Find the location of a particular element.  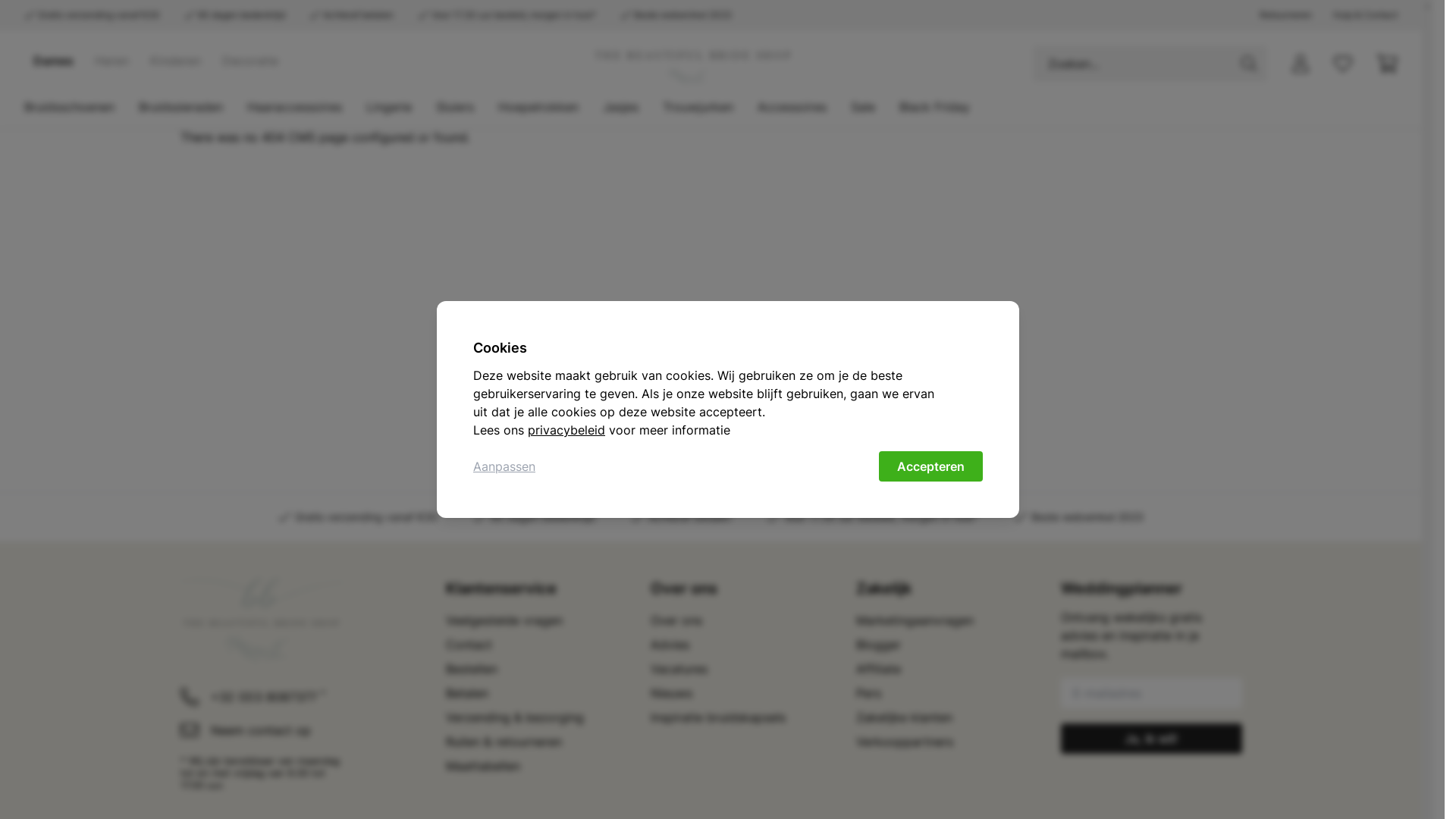

'Jasjes' is located at coordinates (620, 106).